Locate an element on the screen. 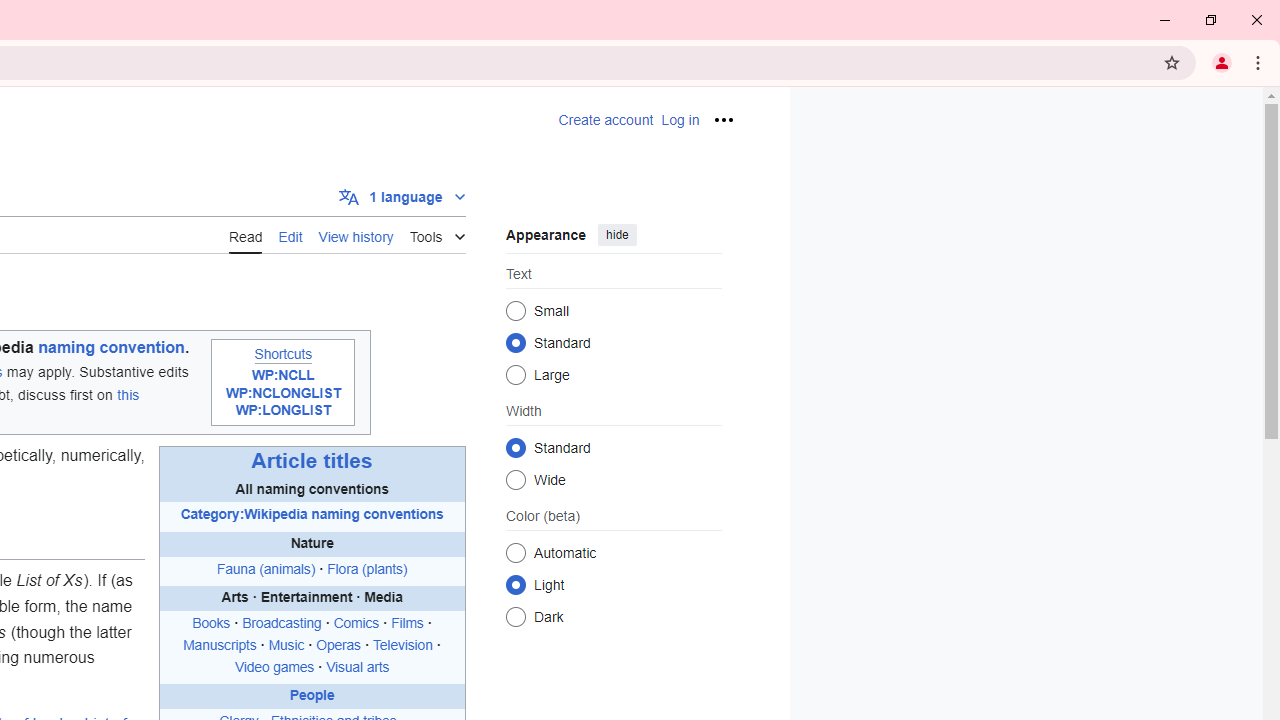 The width and height of the screenshot is (1280, 720). 'AutomationID: pt-login-2' is located at coordinates (680, 120).